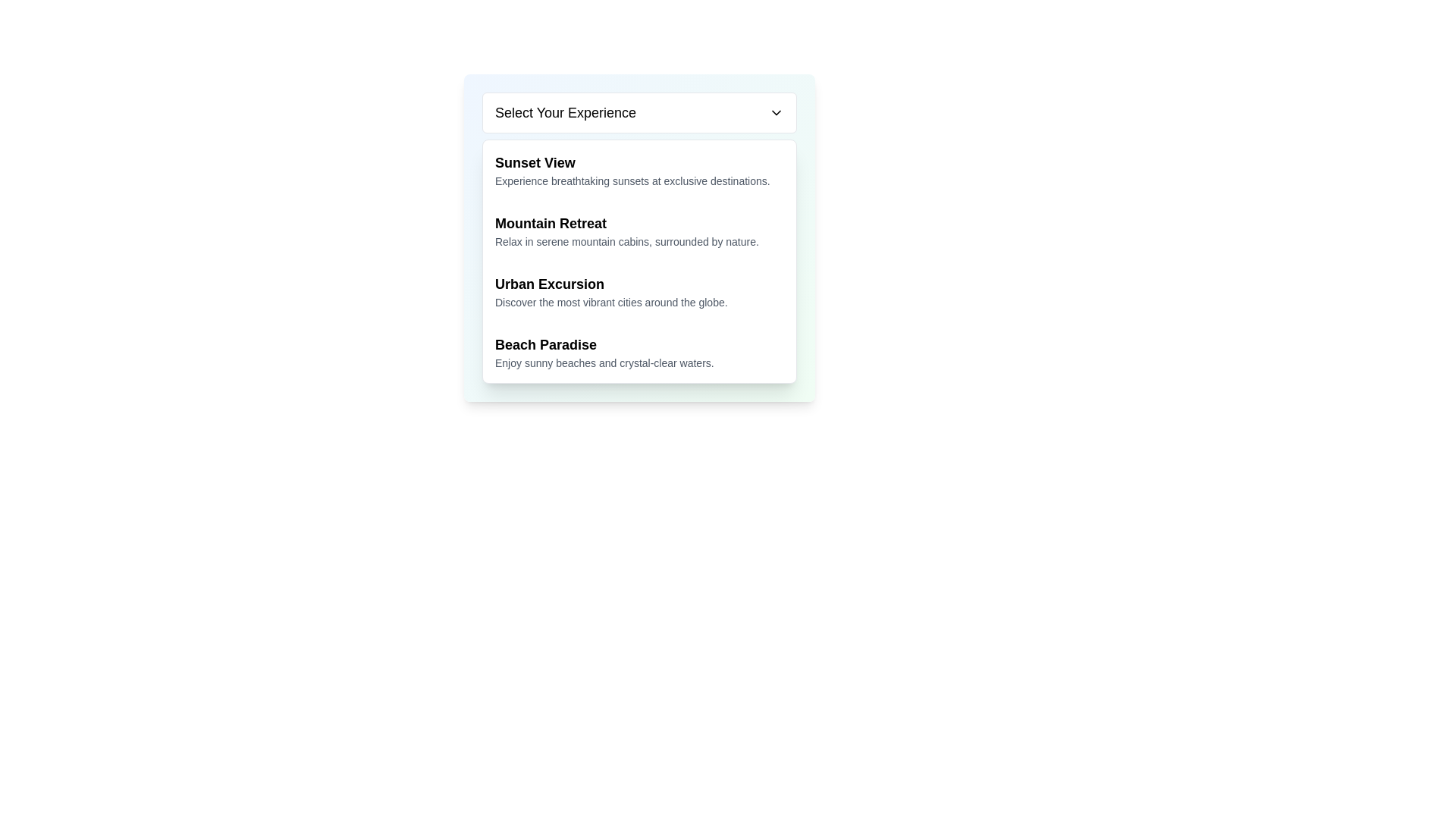 This screenshot has width=1456, height=819. Describe the element at coordinates (639, 180) in the screenshot. I see `the text label providing additional descriptive information about the 'Sunset View' option located directly below the title 'Sunset View' in the selectable list layout` at that location.